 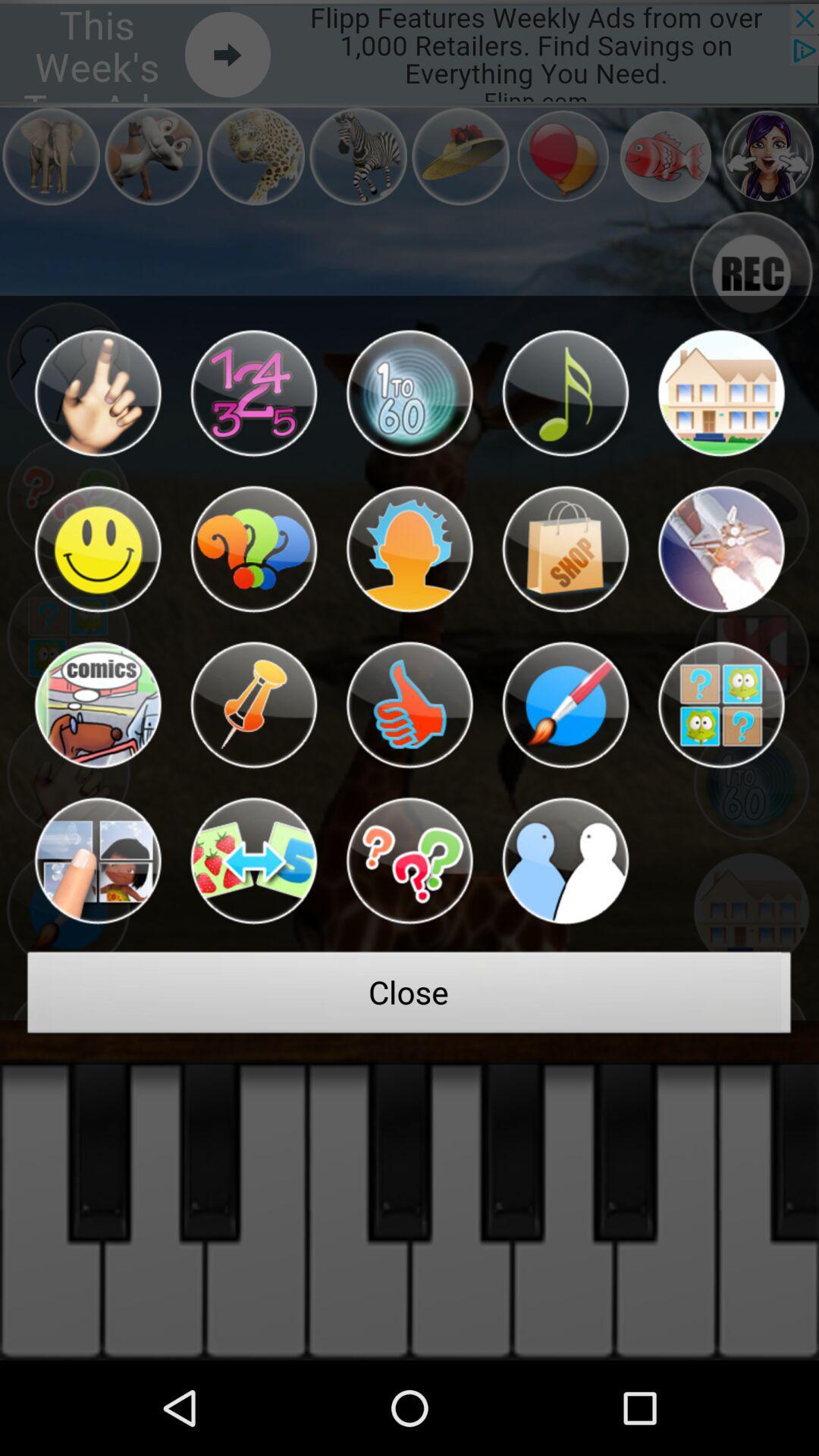 What do you see at coordinates (409, 393) in the screenshot?
I see `the emoji` at bounding box center [409, 393].